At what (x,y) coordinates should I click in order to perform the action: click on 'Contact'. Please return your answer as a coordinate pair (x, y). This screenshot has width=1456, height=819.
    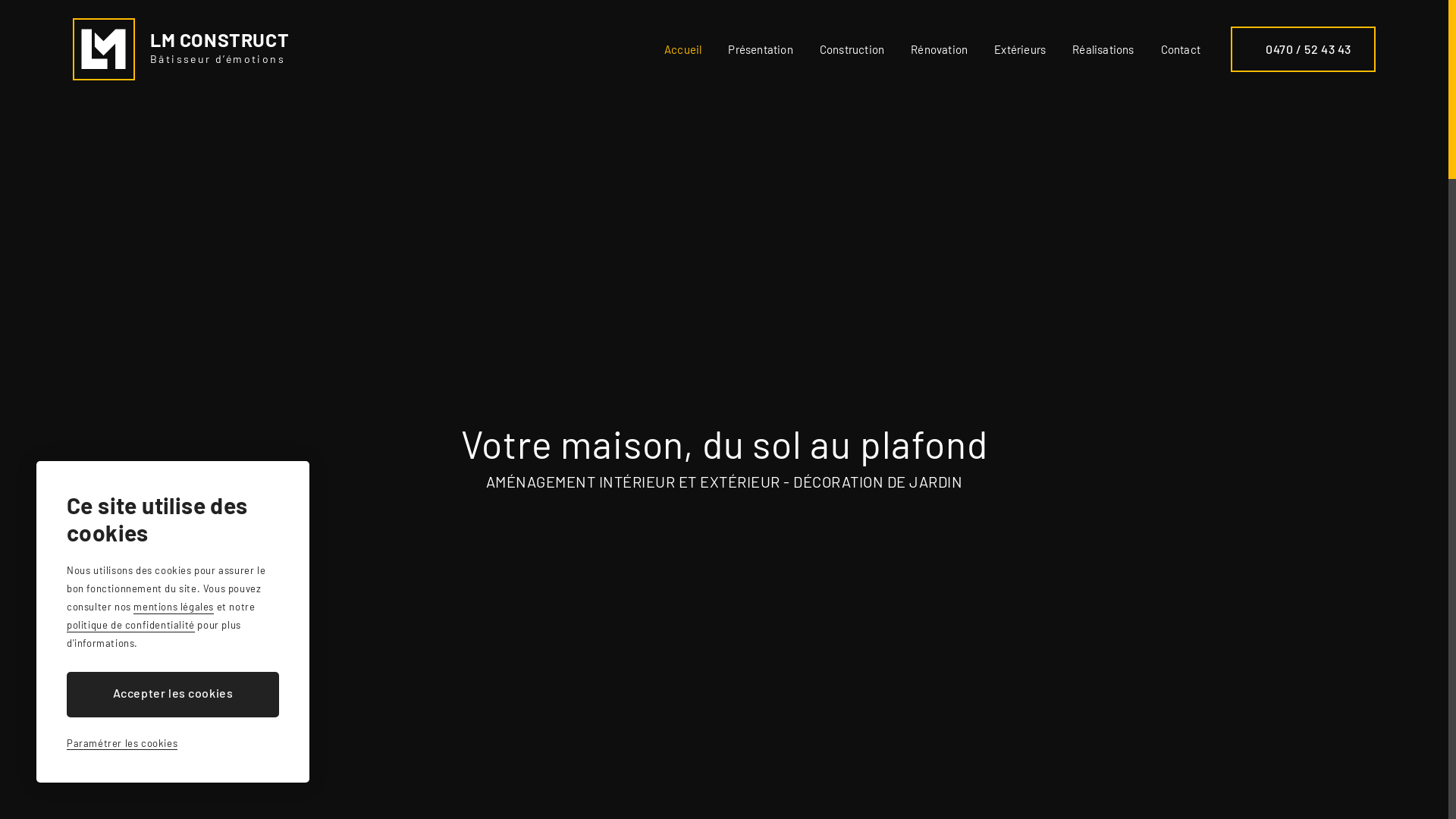
    Looking at the image, I should click on (1179, 49).